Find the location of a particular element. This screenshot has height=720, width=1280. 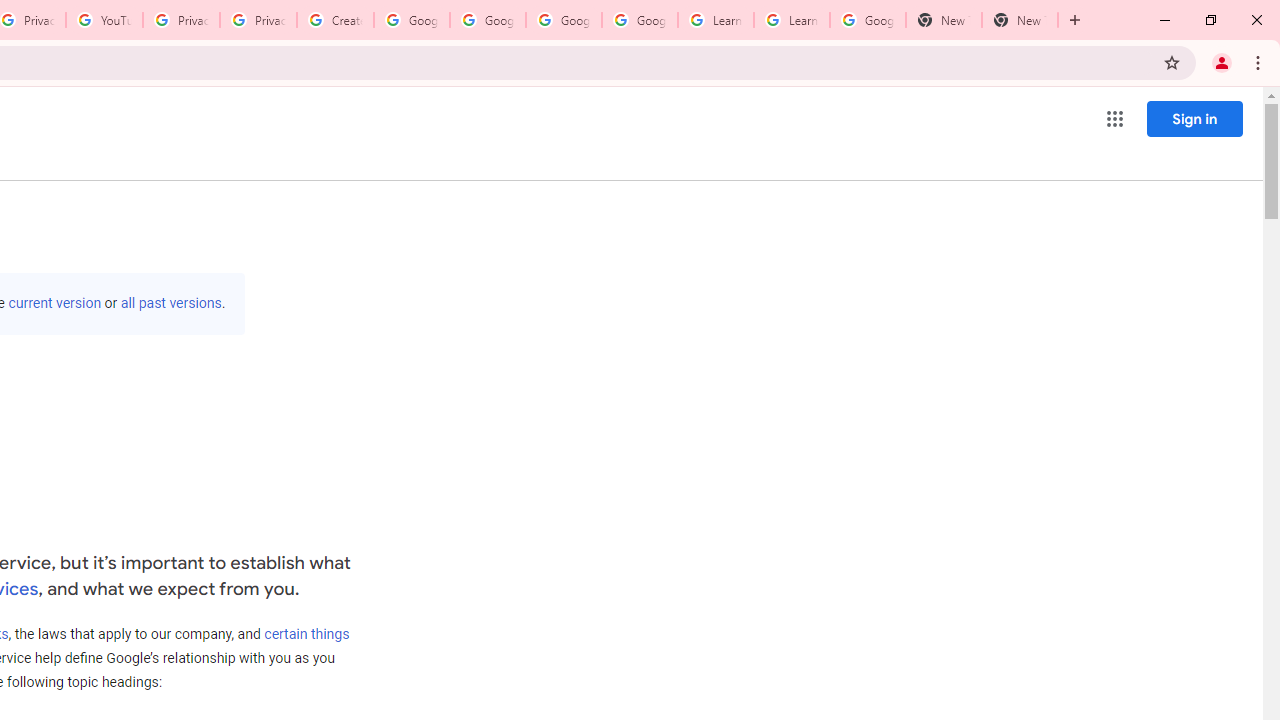

'YouTube' is located at coordinates (103, 20).